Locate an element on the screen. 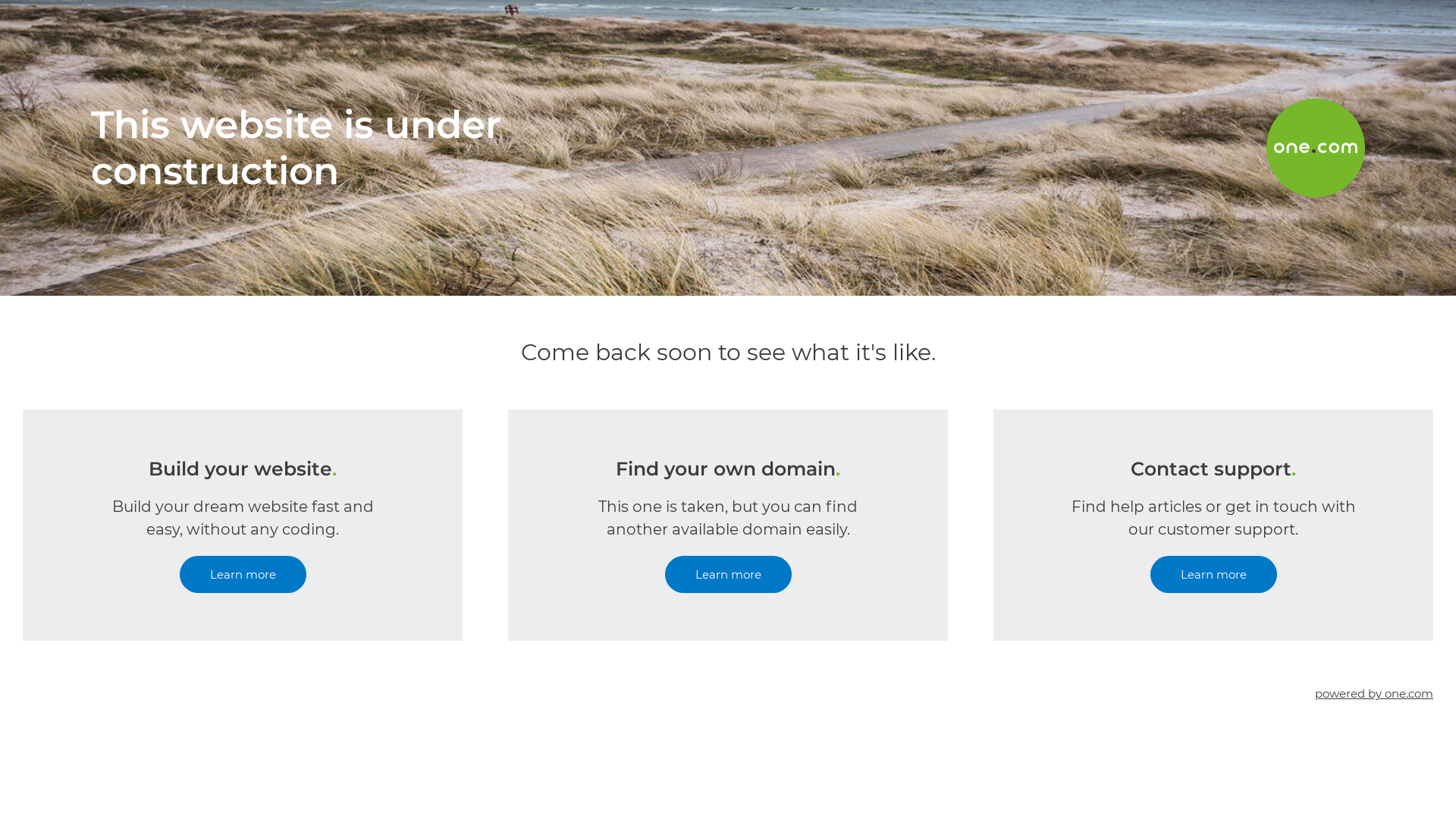 This screenshot has width=1456, height=819. 'Learn more' is located at coordinates (1212, 574).